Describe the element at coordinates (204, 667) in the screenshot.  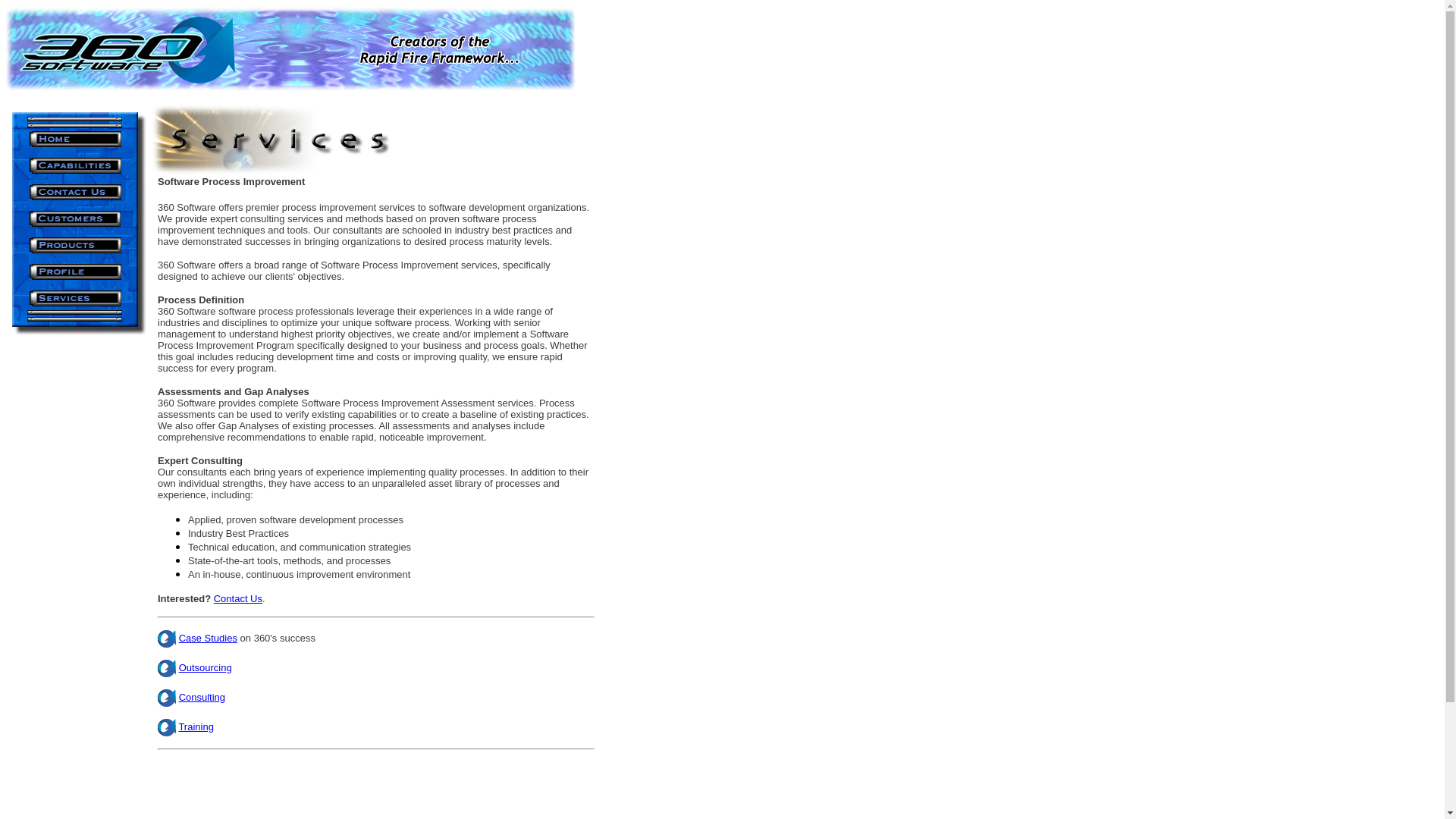
I see `'Outsourcing'` at that location.